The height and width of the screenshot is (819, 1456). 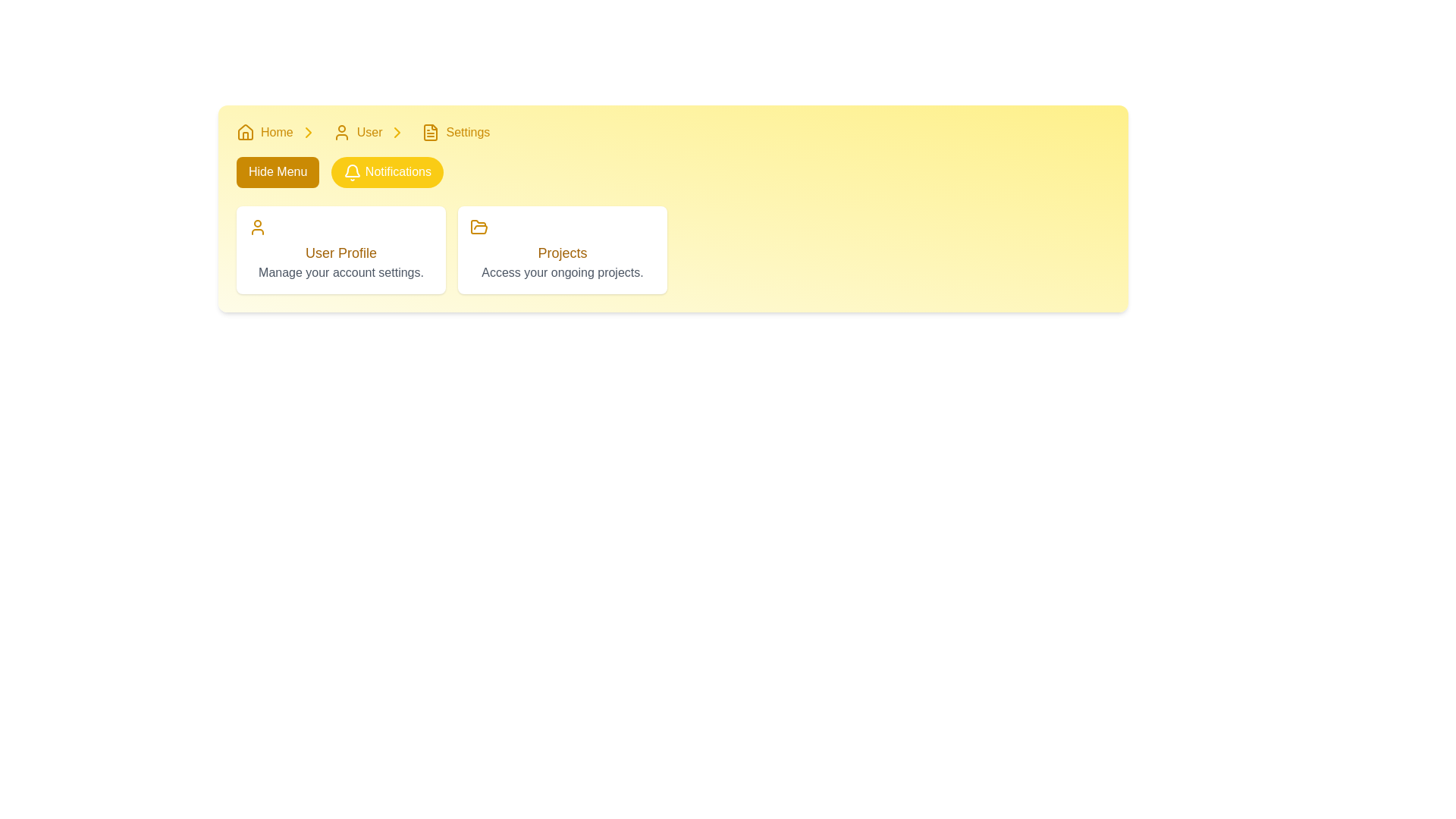 What do you see at coordinates (356, 131) in the screenshot?
I see `the Navigation link with icon and text located between 'Home' and 'Settings' in the horizontal navigation bar` at bounding box center [356, 131].